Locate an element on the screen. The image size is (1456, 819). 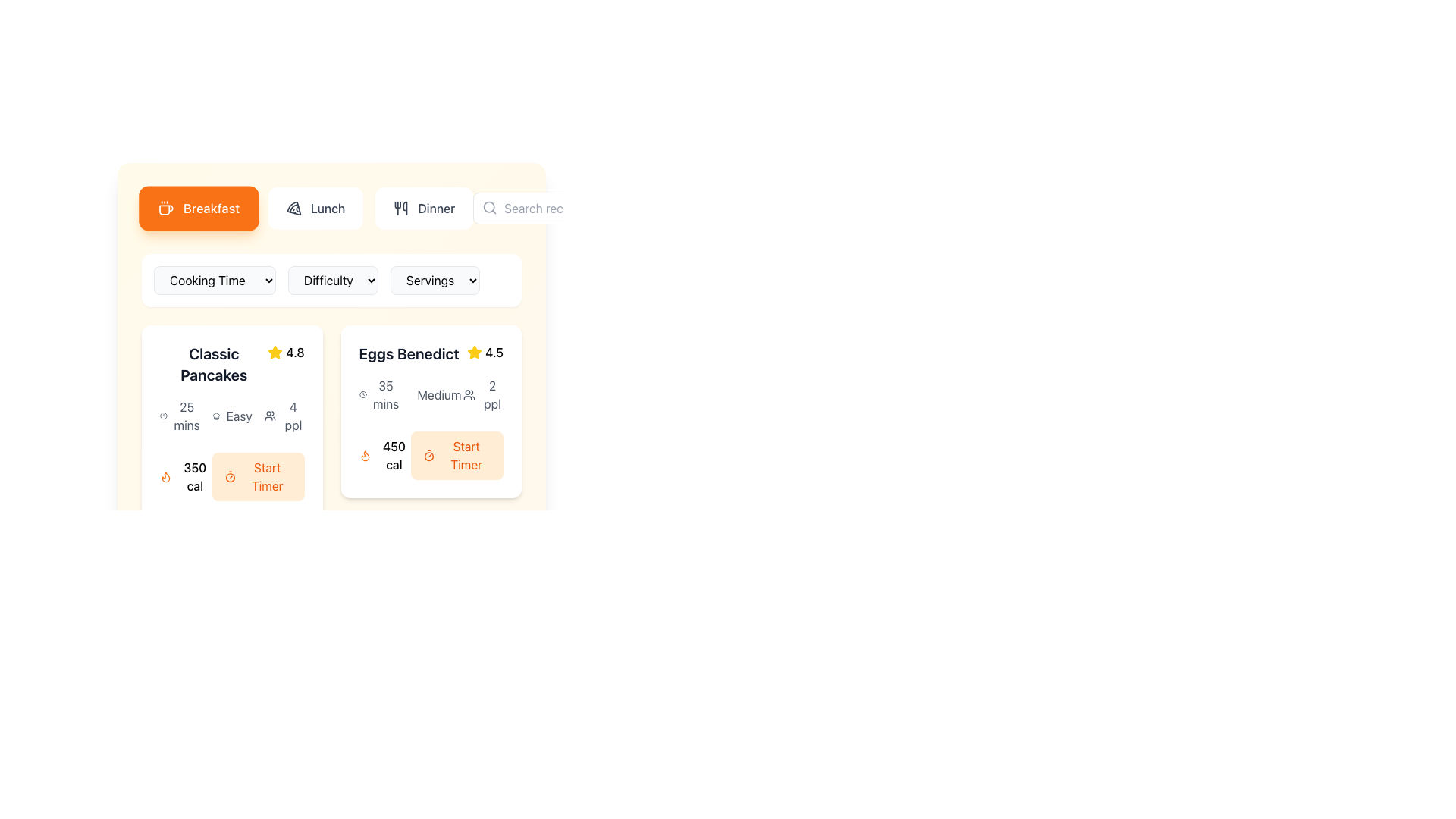
the text element displaying '25 mins' next to the clock icon, located within the card for the Classic Pancakes recipe is located at coordinates (180, 416).